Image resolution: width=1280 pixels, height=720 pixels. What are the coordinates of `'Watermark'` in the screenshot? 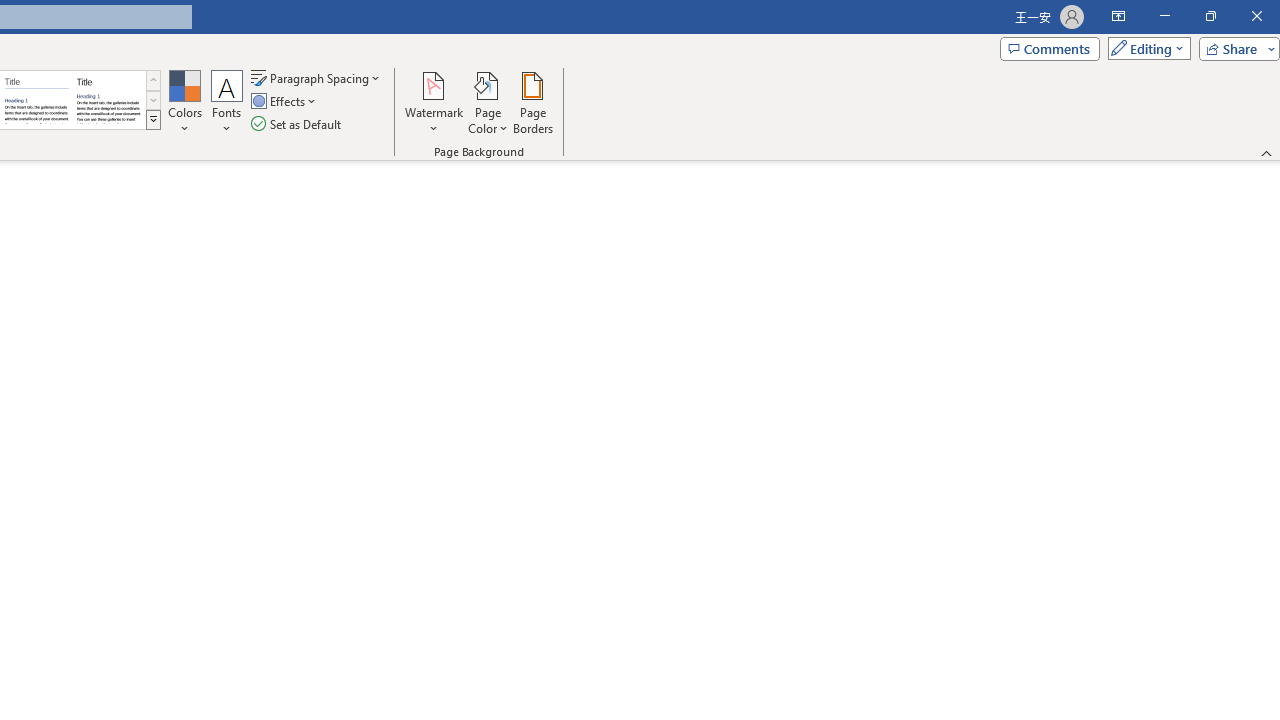 It's located at (433, 103).